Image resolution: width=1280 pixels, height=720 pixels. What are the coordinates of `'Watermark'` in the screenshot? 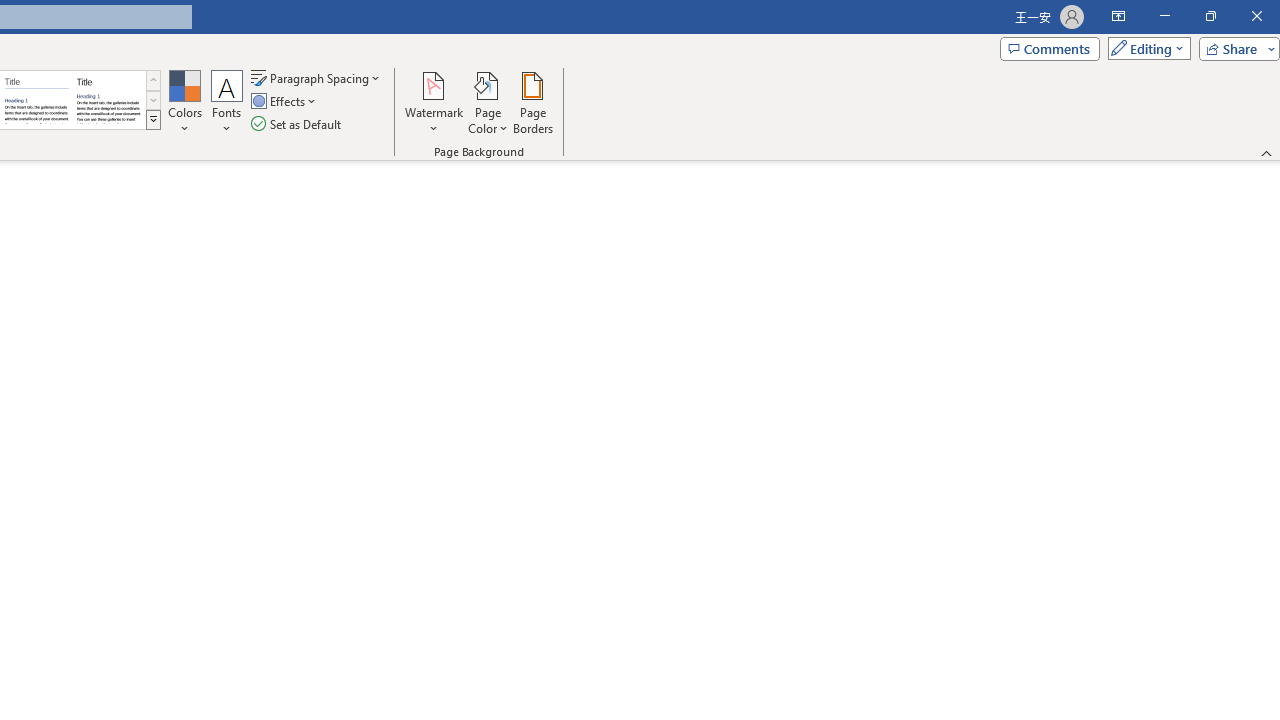 It's located at (433, 103).